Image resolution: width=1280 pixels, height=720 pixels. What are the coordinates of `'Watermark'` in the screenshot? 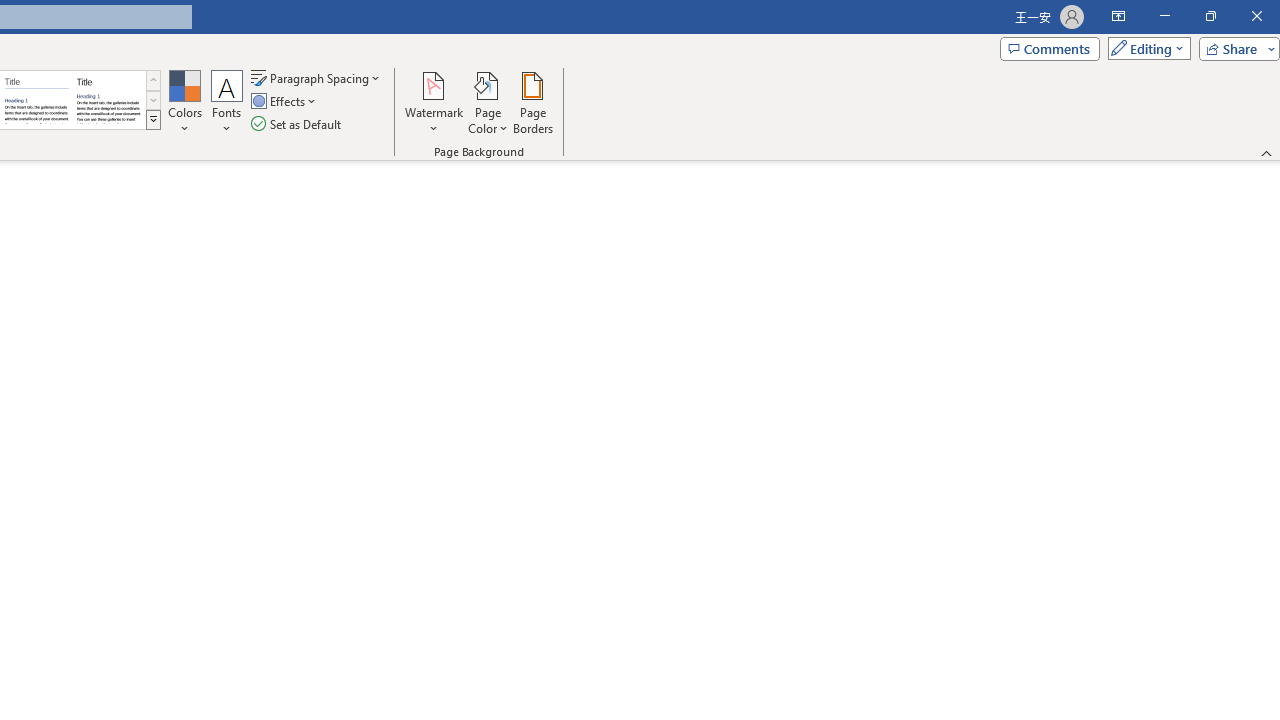 It's located at (433, 103).